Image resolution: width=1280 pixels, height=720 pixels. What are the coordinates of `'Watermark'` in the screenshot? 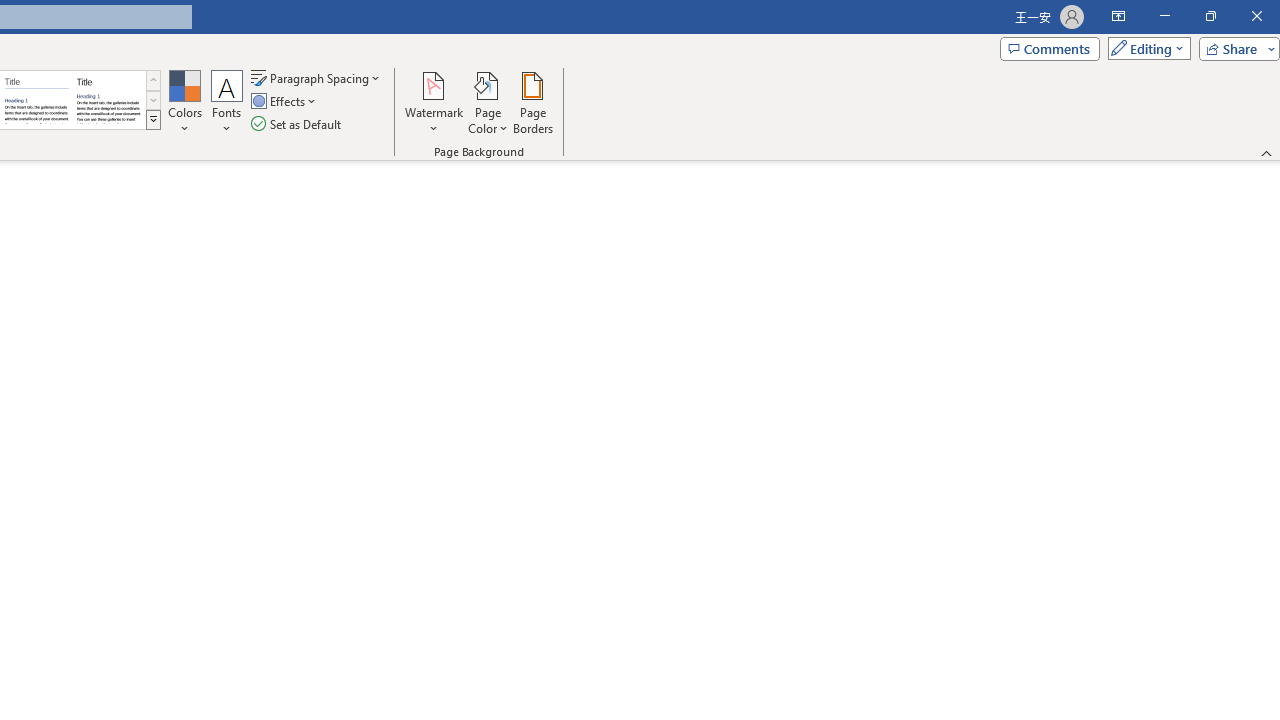 It's located at (433, 103).